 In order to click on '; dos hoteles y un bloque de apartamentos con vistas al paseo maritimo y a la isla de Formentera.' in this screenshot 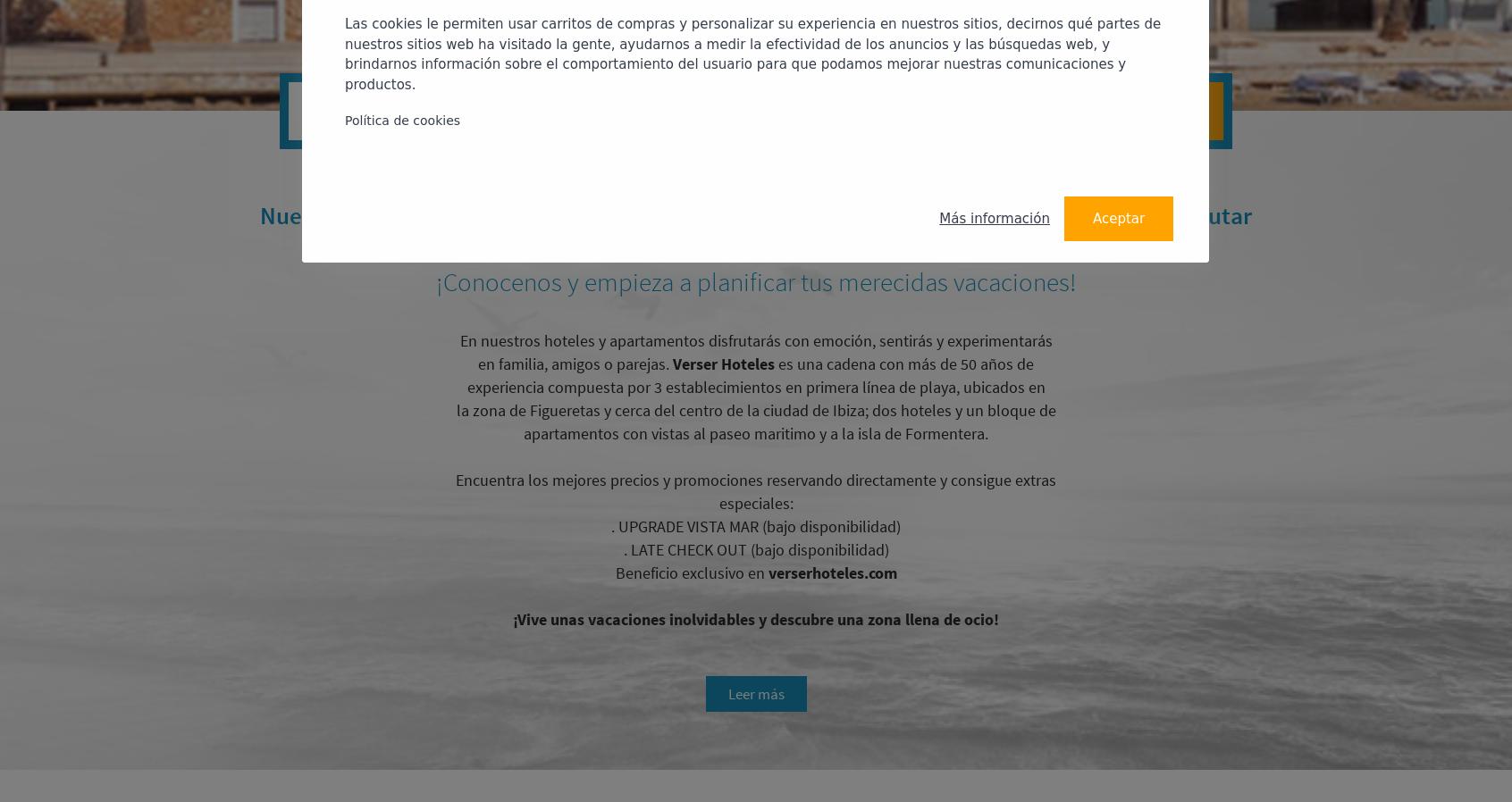, I will do `click(522, 421)`.